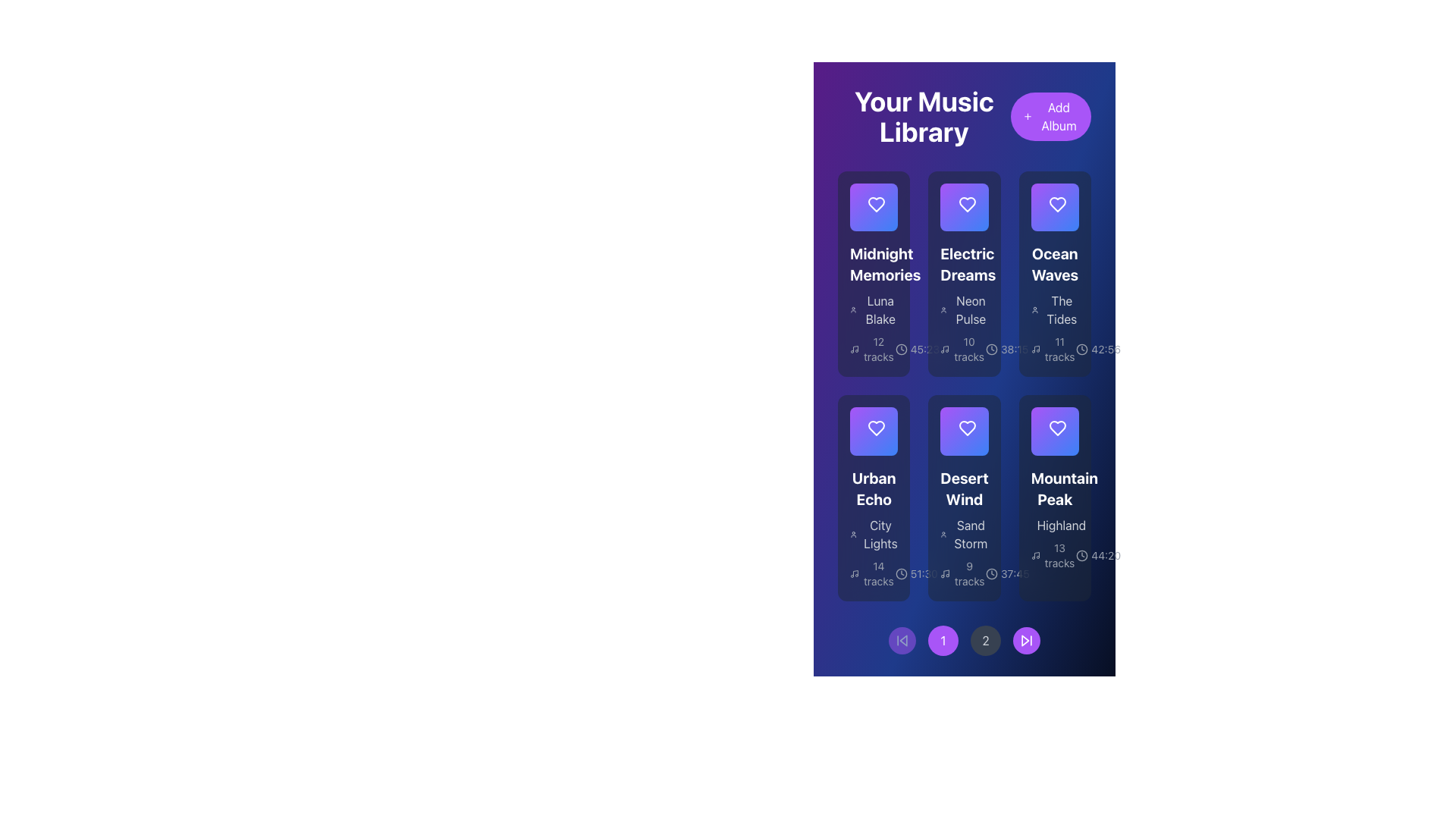  Describe the element at coordinates (964, 497) in the screenshot. I see `the fifth album InfoCard in the music library grid layout for more details` at that location.